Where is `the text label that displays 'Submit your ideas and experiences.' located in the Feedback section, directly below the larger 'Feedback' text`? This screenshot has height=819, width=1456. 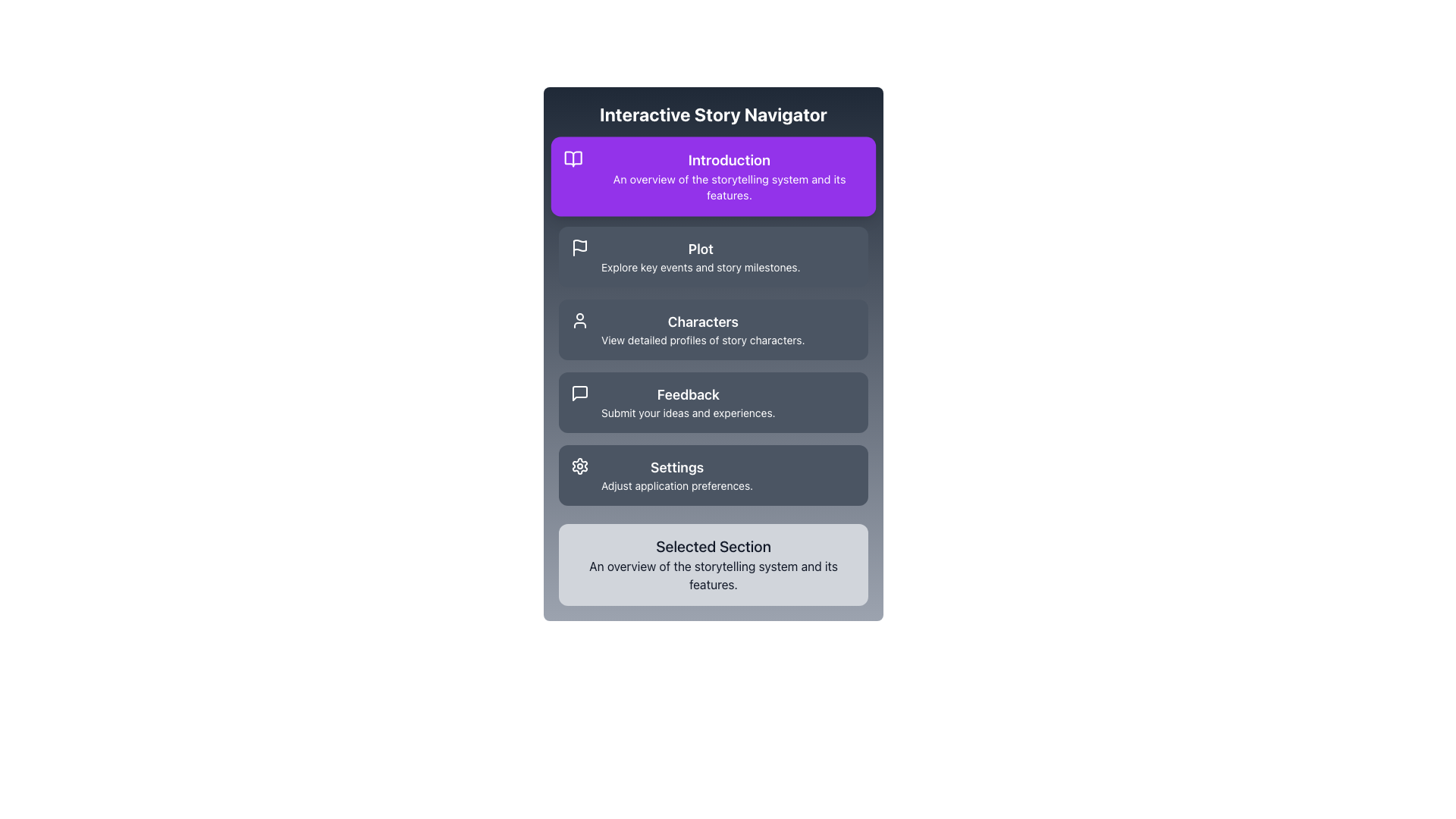 the text label that displays 'Submit your ideas and experiences.' located in the Feedback section, directly below the larger 'Feedback' text is located at coordinates (687, 413).